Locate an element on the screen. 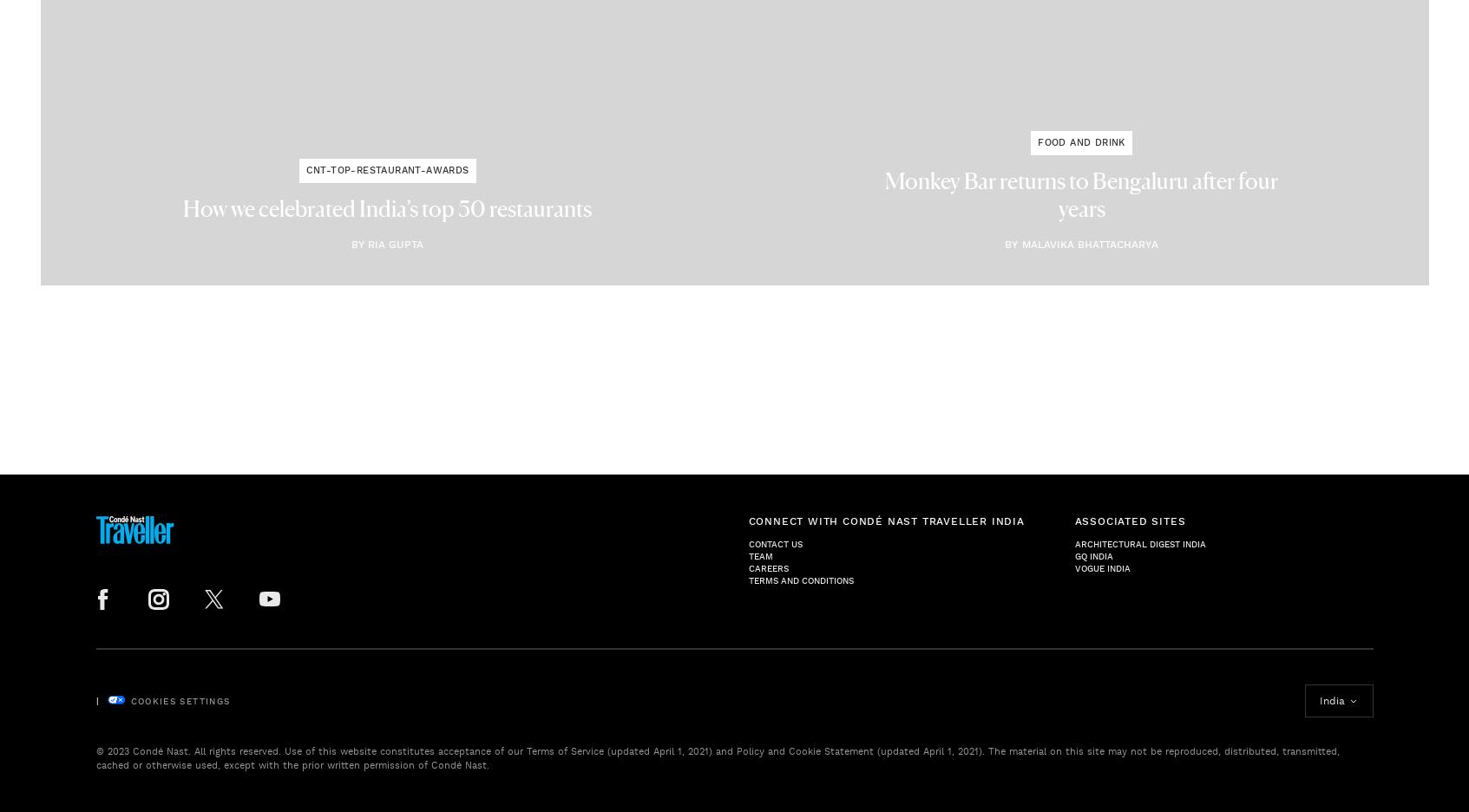 This screenshot has width=1469, height=812. 'India' is located at coordinates (1331, 699).